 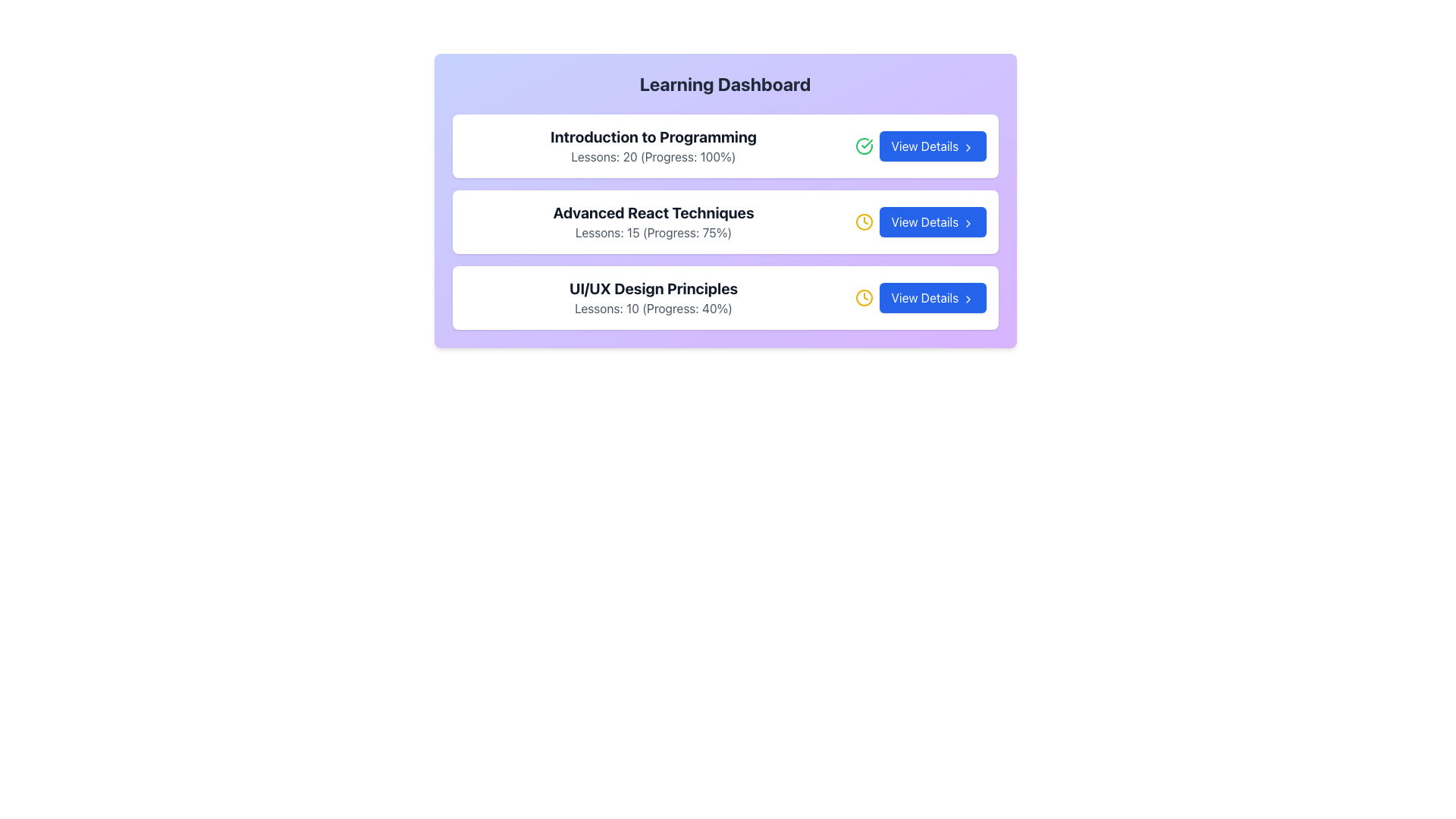 What do you see at coordinates (654, 298) in the screenshot?
I see `the central text area of the third row that displays 'UI/UX Design Principles' in bold dark gray font, with 'Lessons: 10 (Progress: 40%)' below it` at bounding box center [654, 298].